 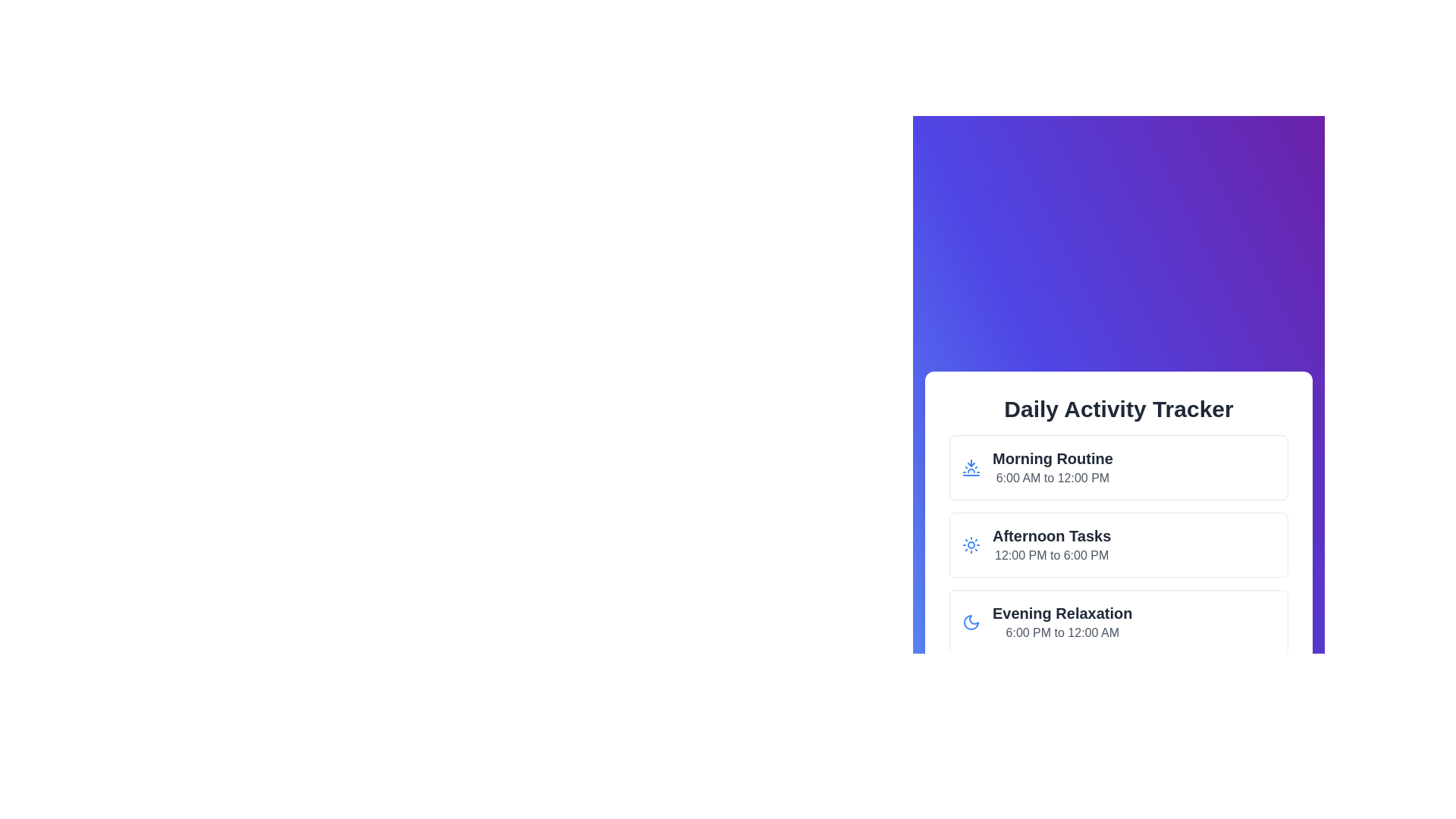 What do you see at coordinates (1052, 479) in the screenshot?
I see `static text displaying '6:00 AM to 12:00 PM' which is located beneath the bold header 'Morning Routine' in the Daily Activity Tracker section` at bounding box center [1052, 479].